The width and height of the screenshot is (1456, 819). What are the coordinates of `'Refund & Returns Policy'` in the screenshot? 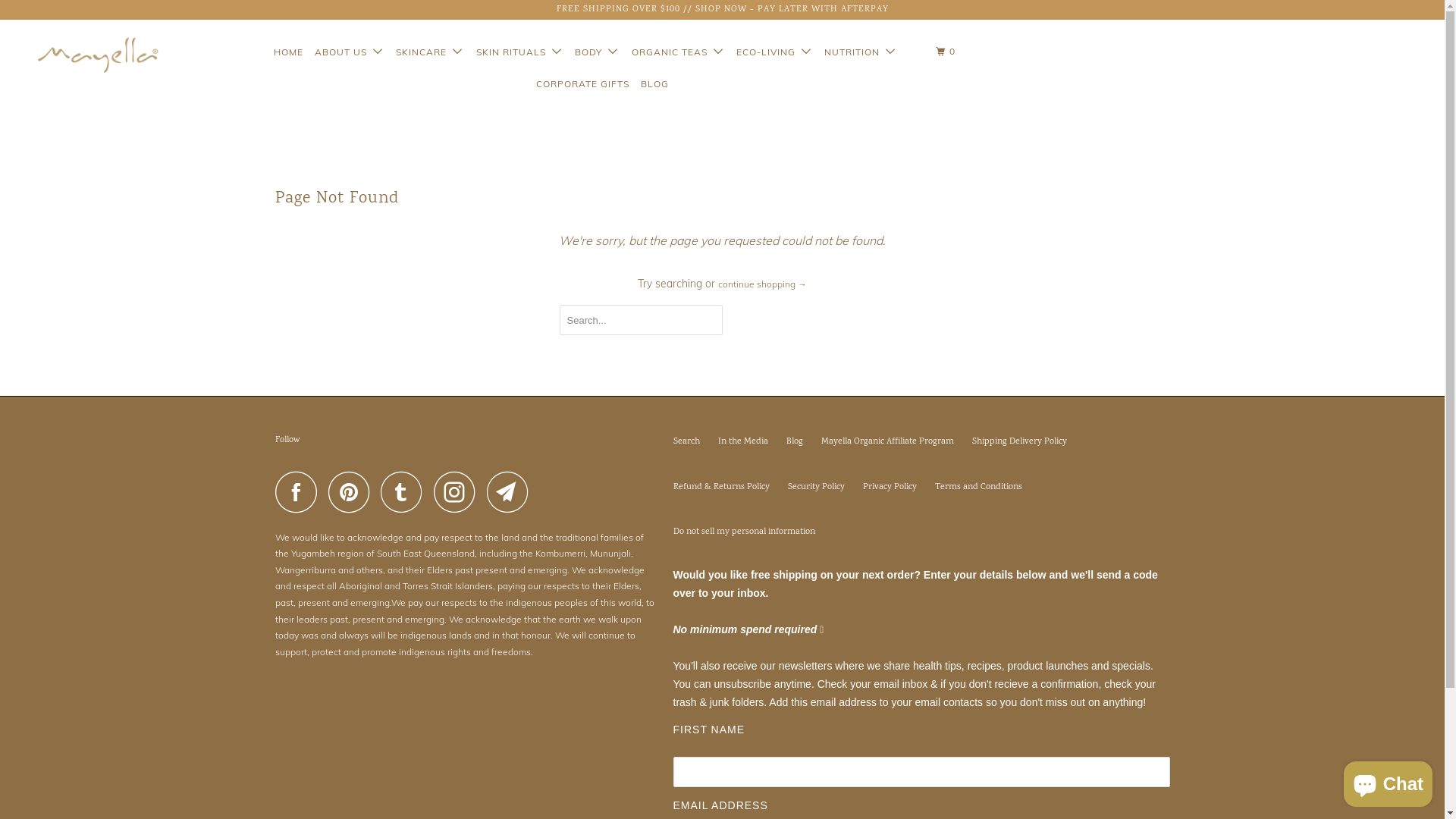 It's located at (720, 487).